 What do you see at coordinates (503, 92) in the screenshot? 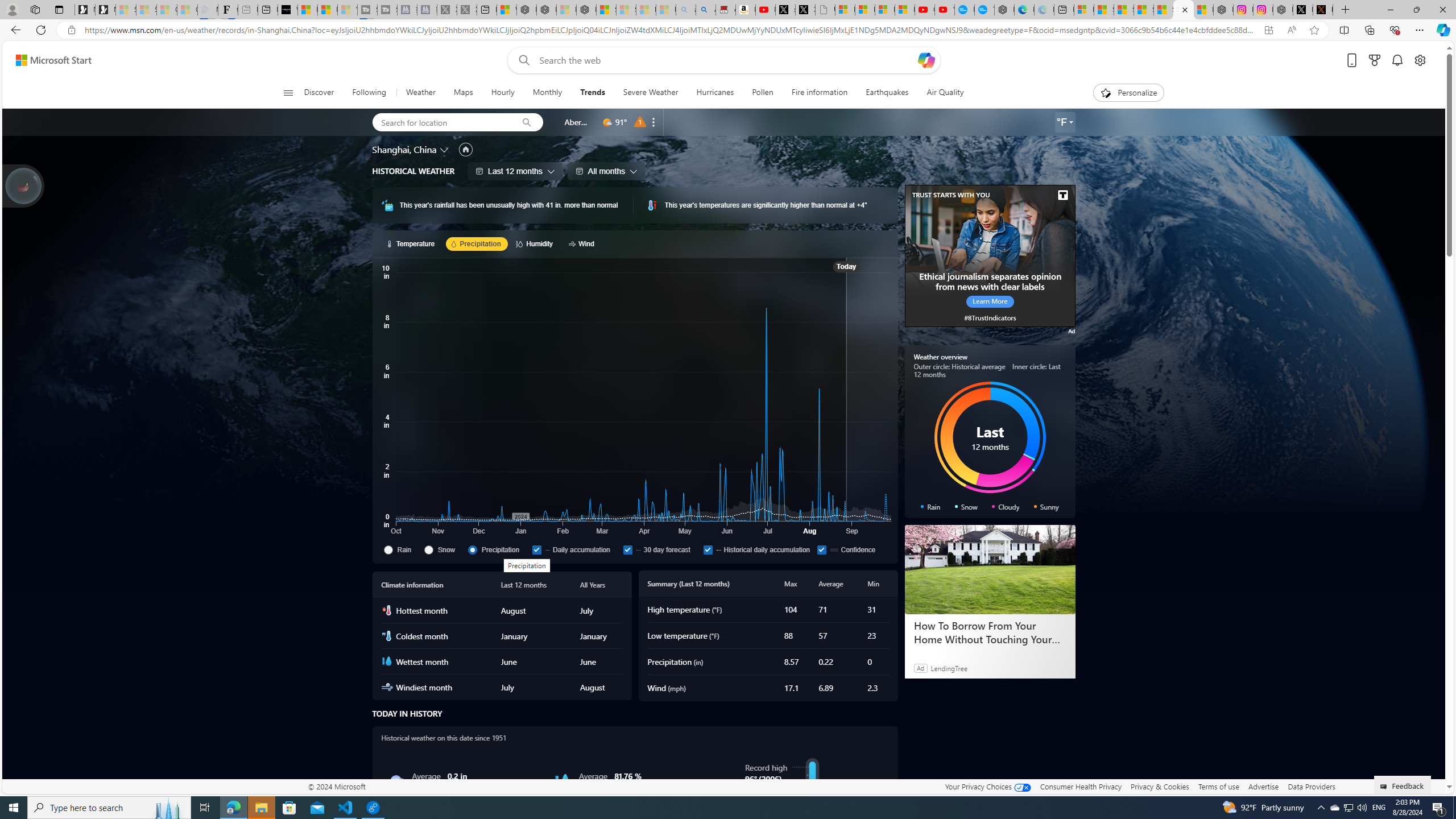
I see `'Hourly'` at bounding box center [503, 92].